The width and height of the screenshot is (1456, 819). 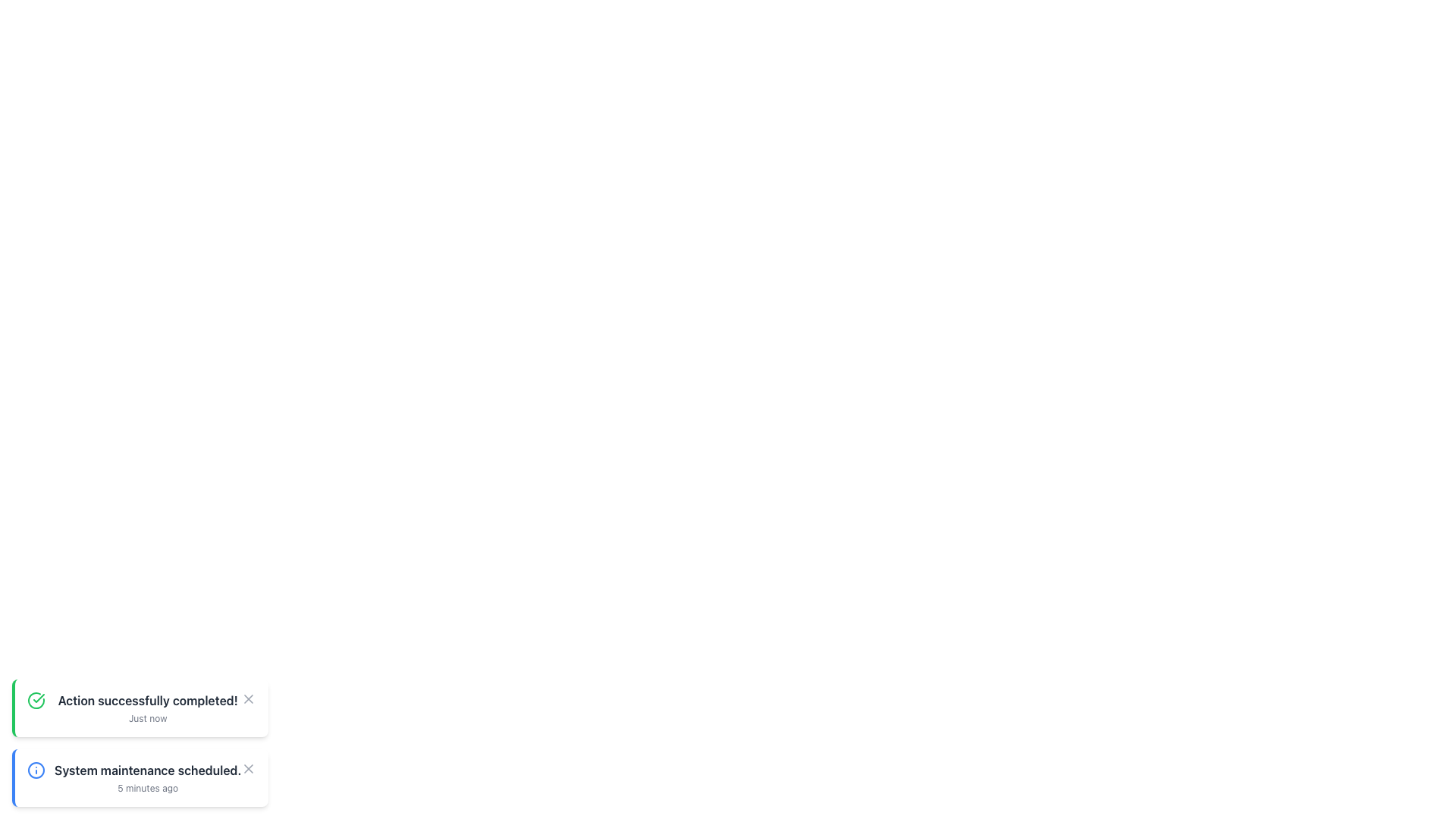 What do you see at coordinates (249, 698) in the screenshot?
I see `the gray 'X' button at the top-right corner of the alert box` at bounding box center [249, 698].